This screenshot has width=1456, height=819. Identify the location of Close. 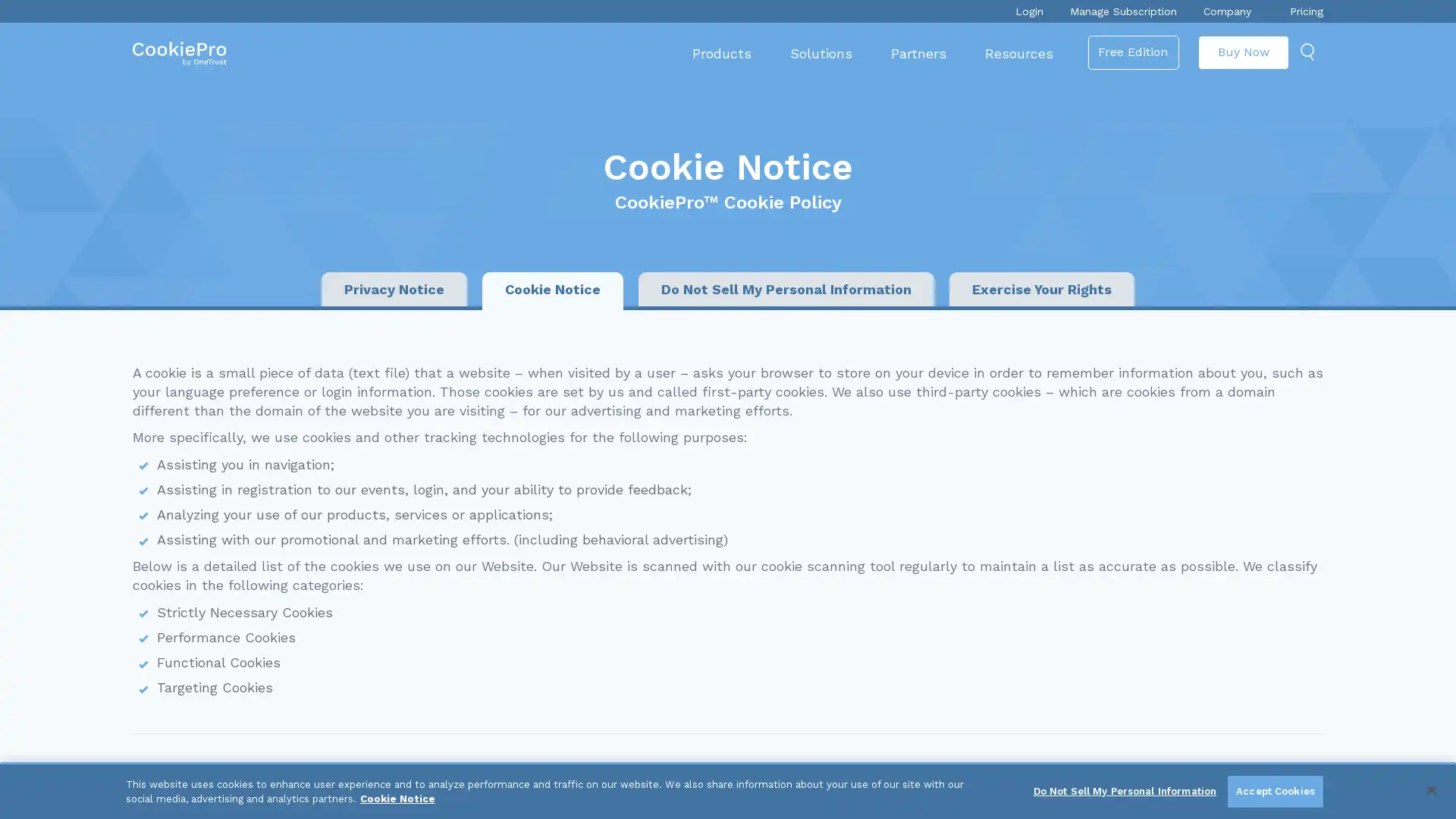
(1430, 789).